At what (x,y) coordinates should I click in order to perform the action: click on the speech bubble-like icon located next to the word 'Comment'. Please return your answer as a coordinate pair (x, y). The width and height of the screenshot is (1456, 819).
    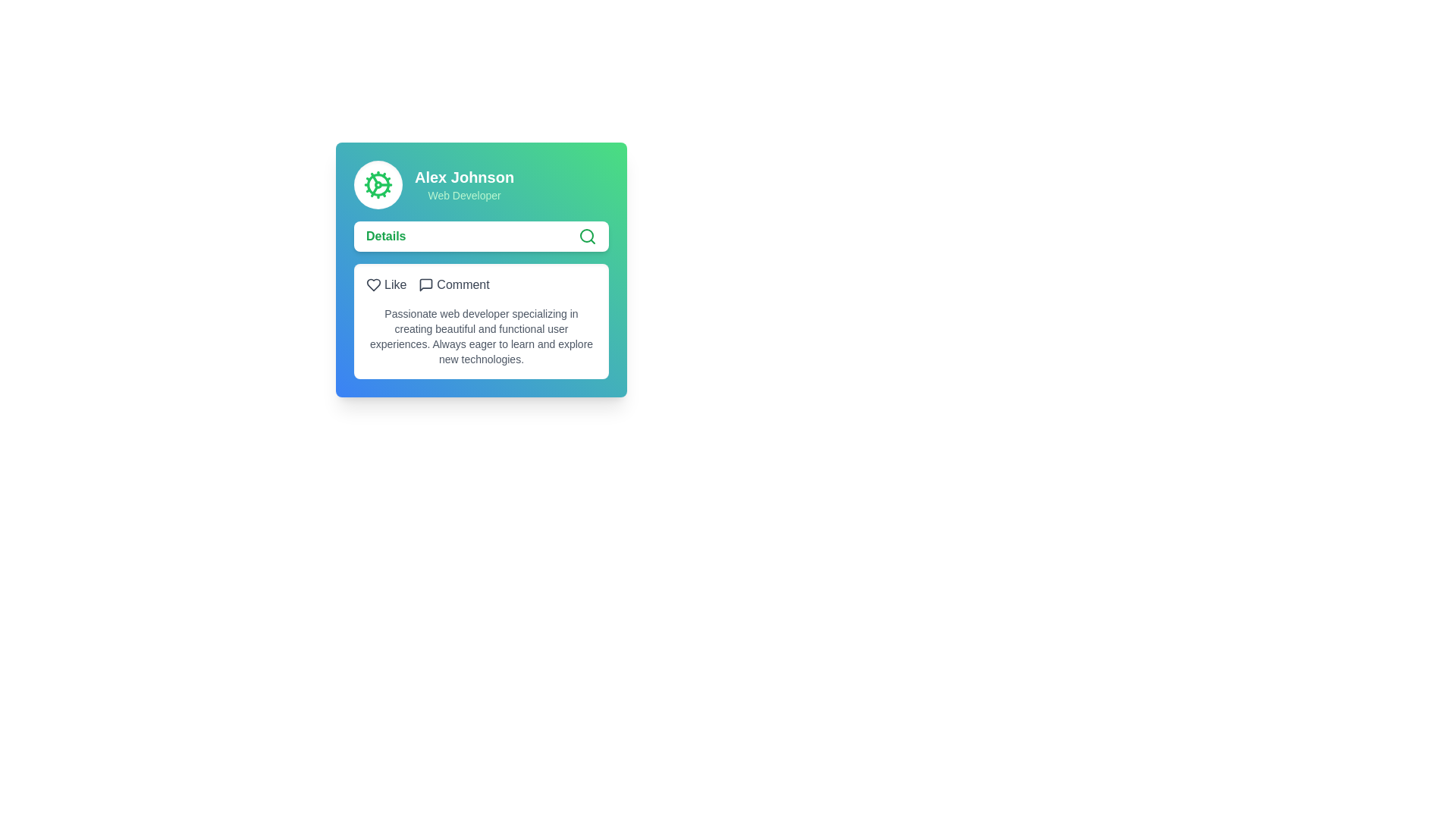
    Looking at the image, I should click on (425, 284).